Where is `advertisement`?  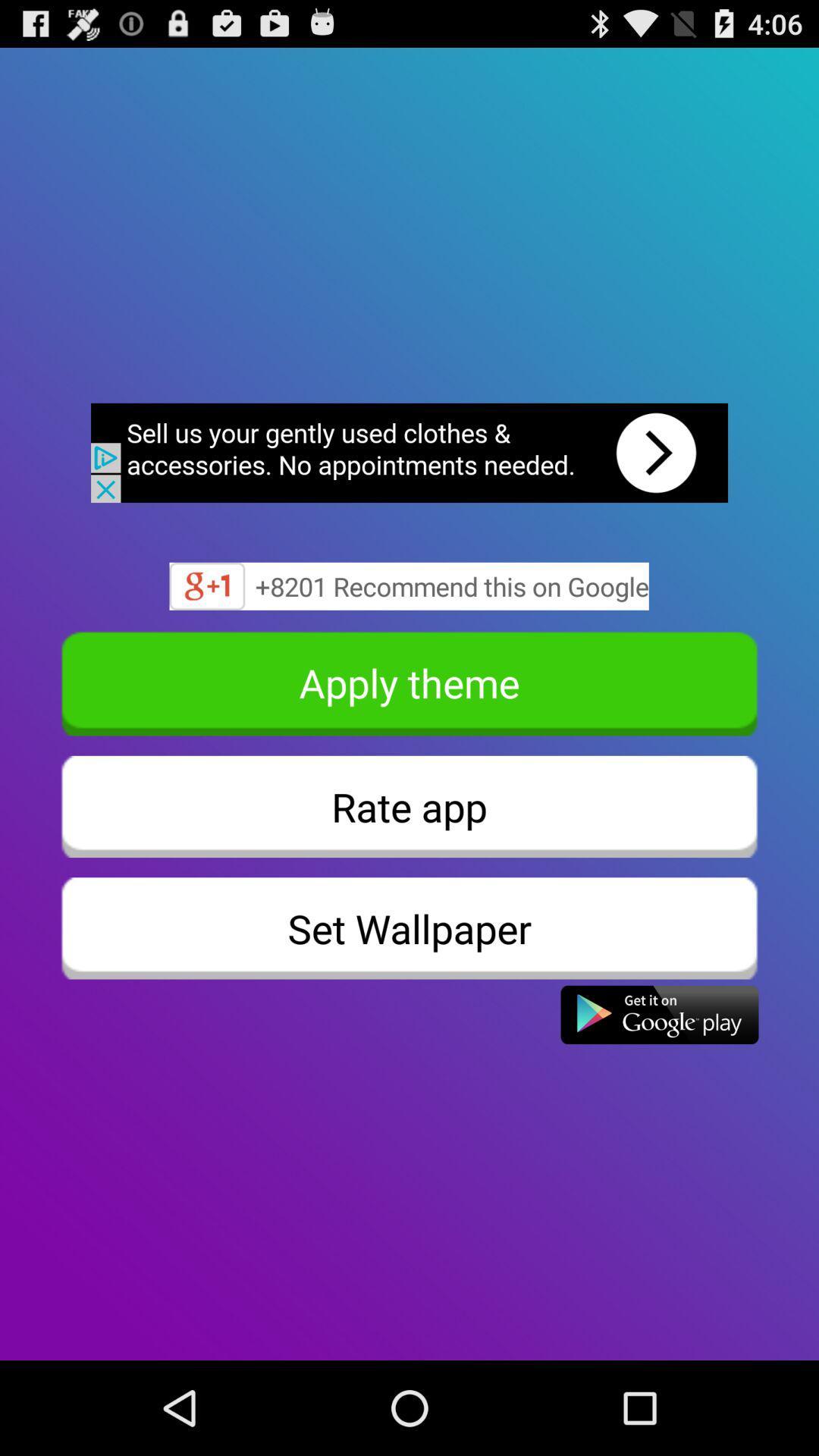
advertisement is located at coordinates (409, 452).